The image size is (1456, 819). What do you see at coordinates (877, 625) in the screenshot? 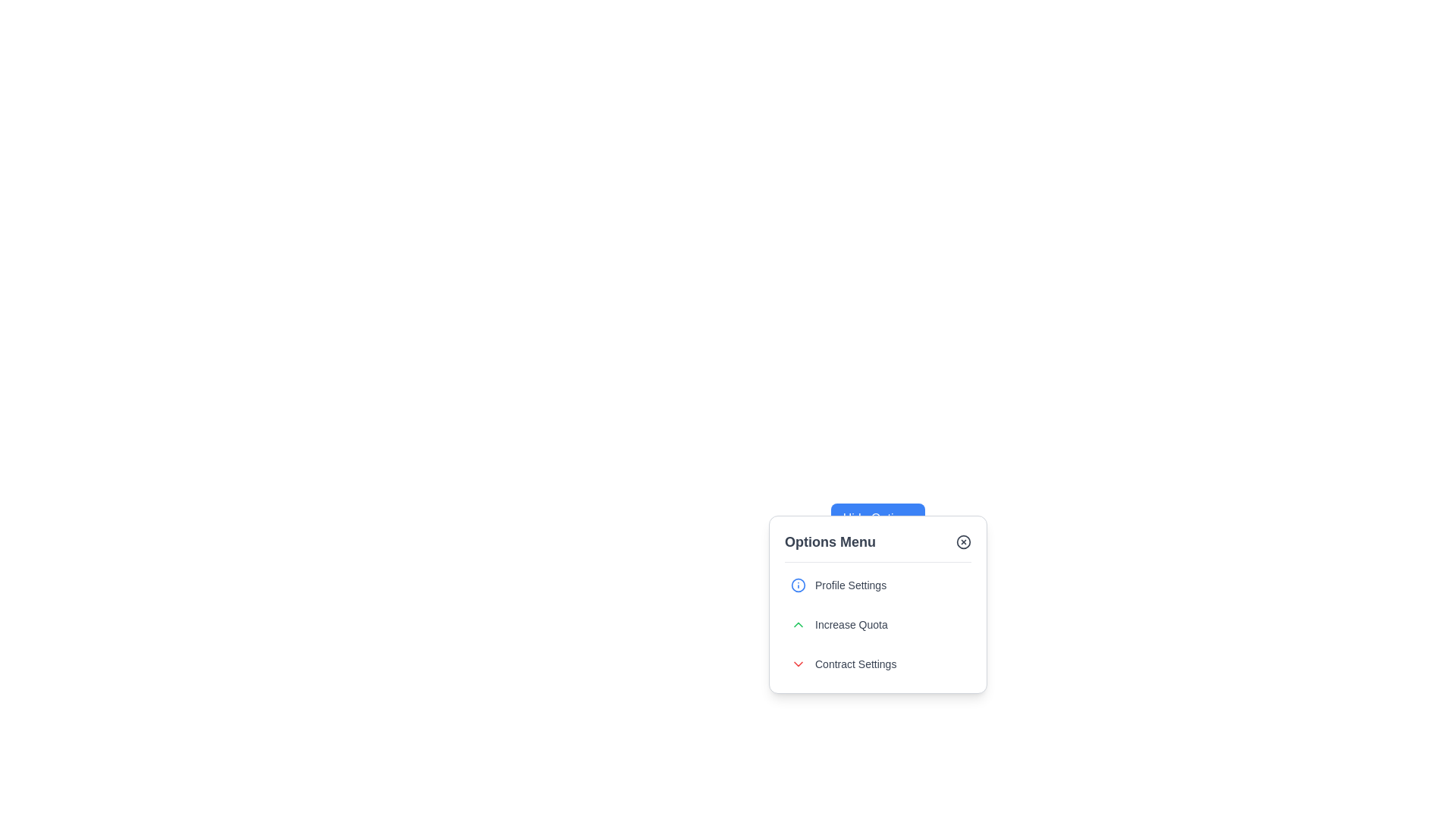
I see `the list of clickable options within the dropdown menu located below the 'Options Menu' title for keyboard navigation` at bounding box center [877, 625].